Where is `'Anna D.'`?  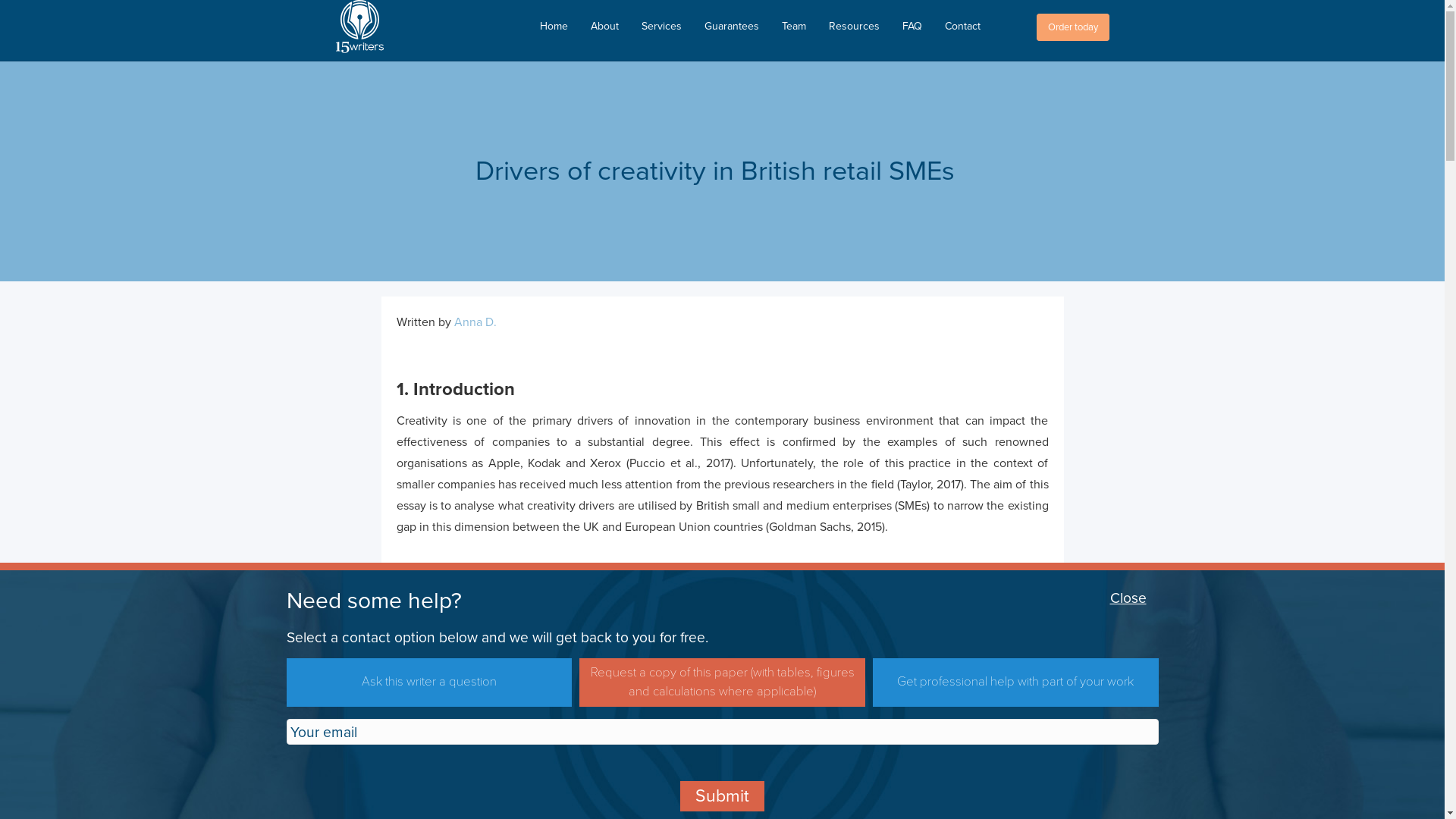
'Anna D.' is located at coordinates (473, 321).